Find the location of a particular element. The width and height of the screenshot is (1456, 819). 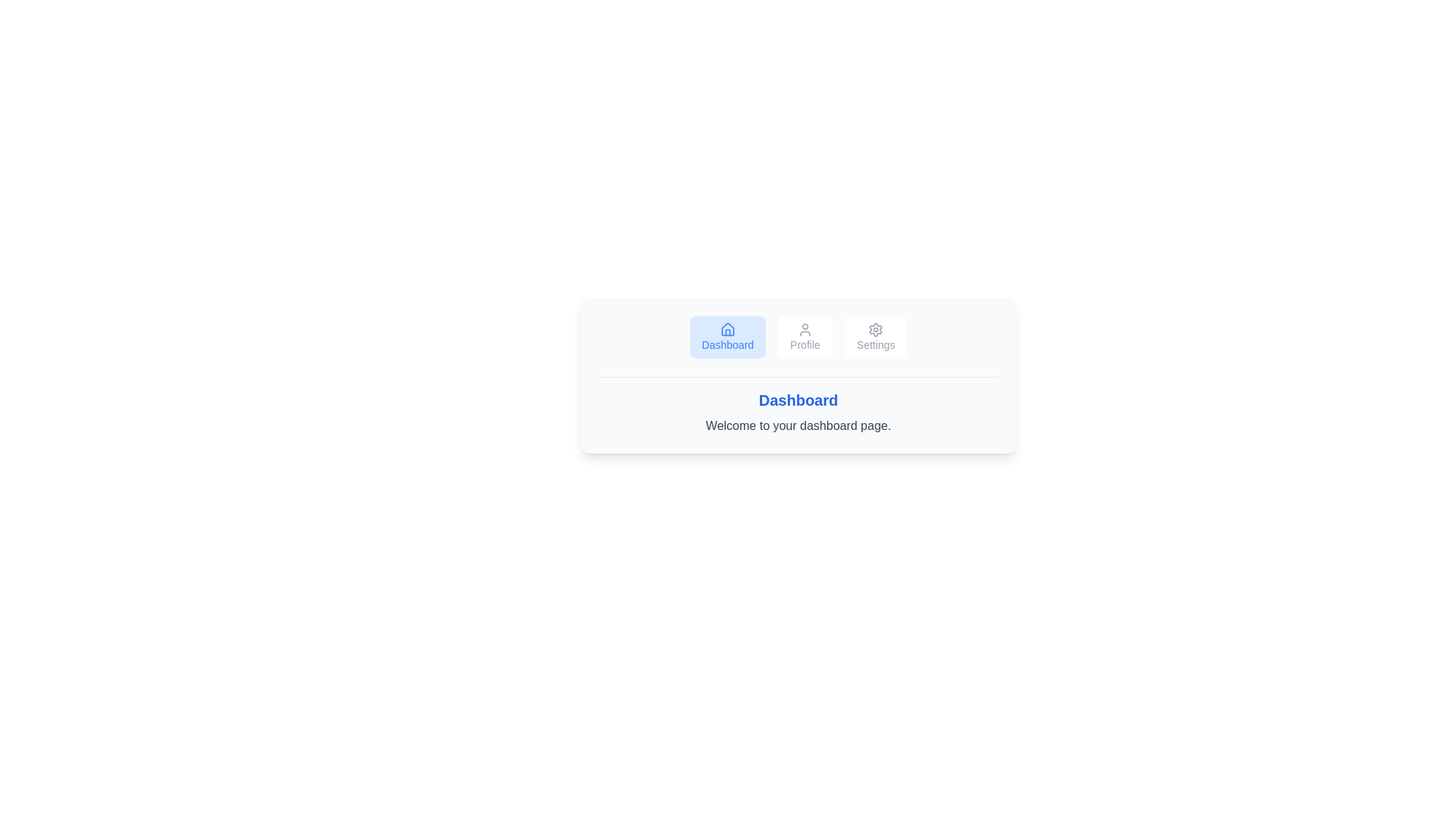

the Profile tab by clicking on it is located at coordinates (804, 336).